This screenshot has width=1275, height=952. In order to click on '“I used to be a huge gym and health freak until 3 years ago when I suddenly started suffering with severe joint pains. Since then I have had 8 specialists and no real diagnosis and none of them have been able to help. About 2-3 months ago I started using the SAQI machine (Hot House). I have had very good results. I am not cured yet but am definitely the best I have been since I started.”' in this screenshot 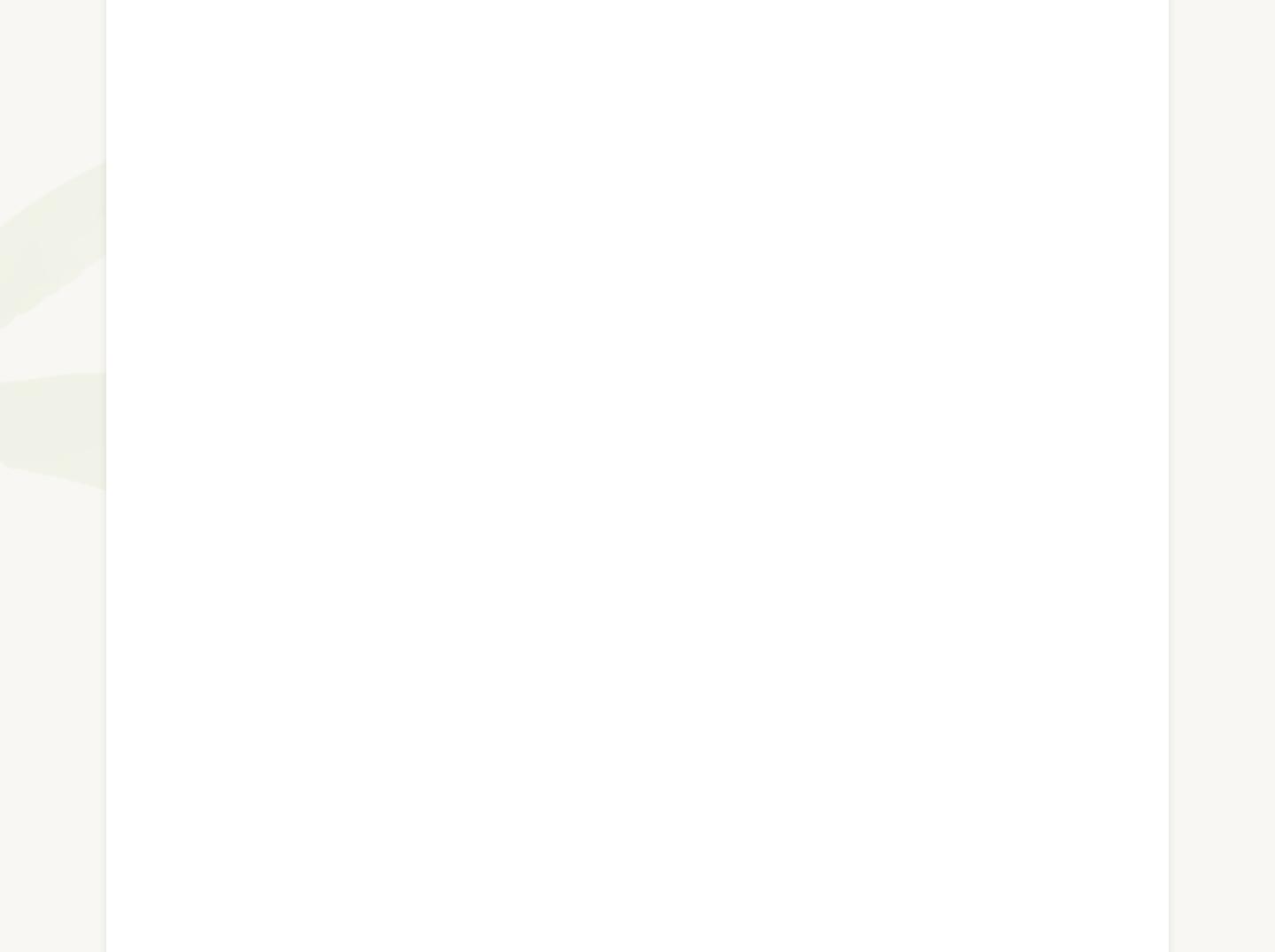, I will do `click(633, 699)`.